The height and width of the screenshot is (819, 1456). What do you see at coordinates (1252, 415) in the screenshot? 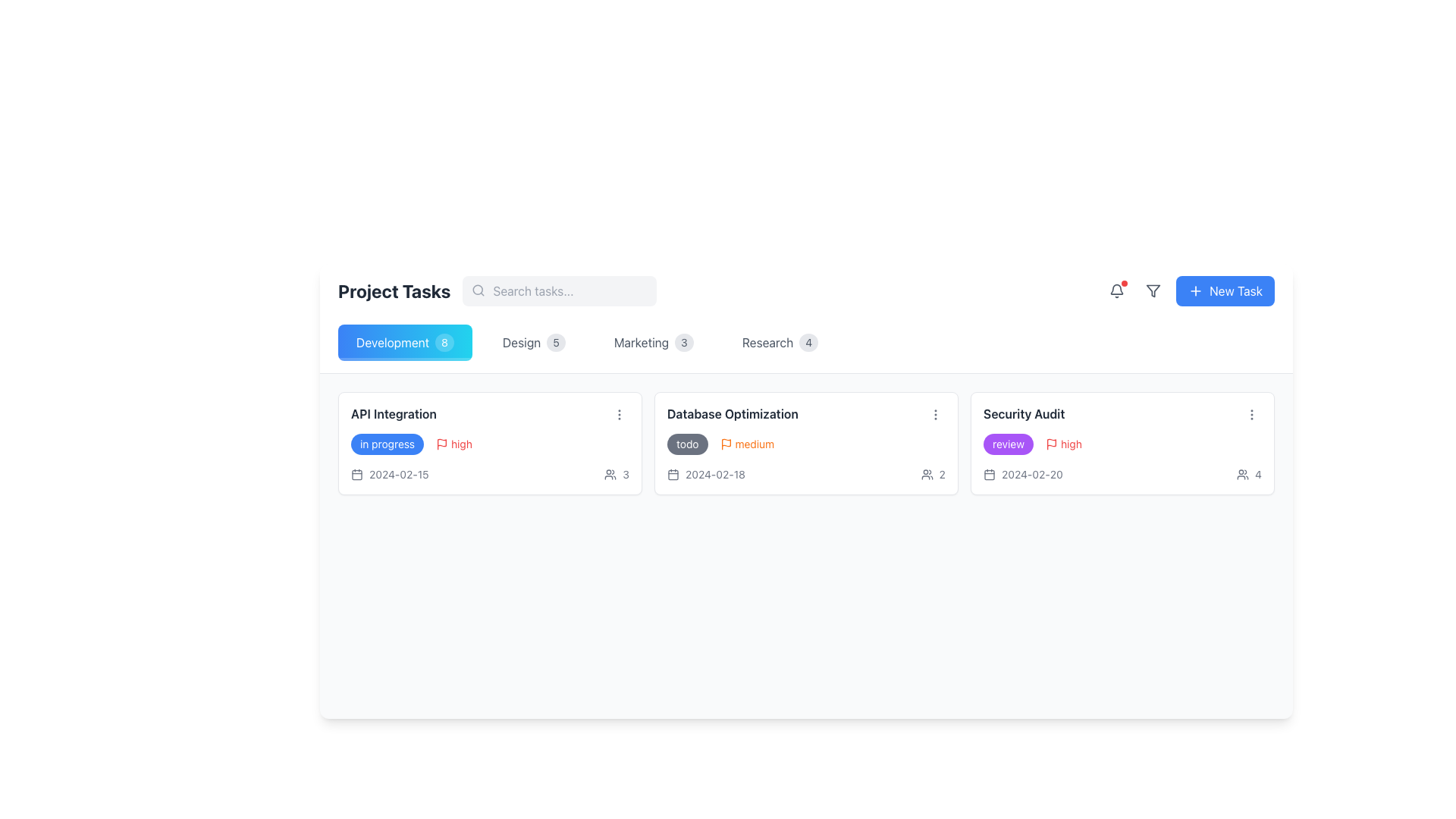
I see `the vertical ellipsis icon in the top-right corner of the 'Security Audit' card` at bounding box center [1252, 415].